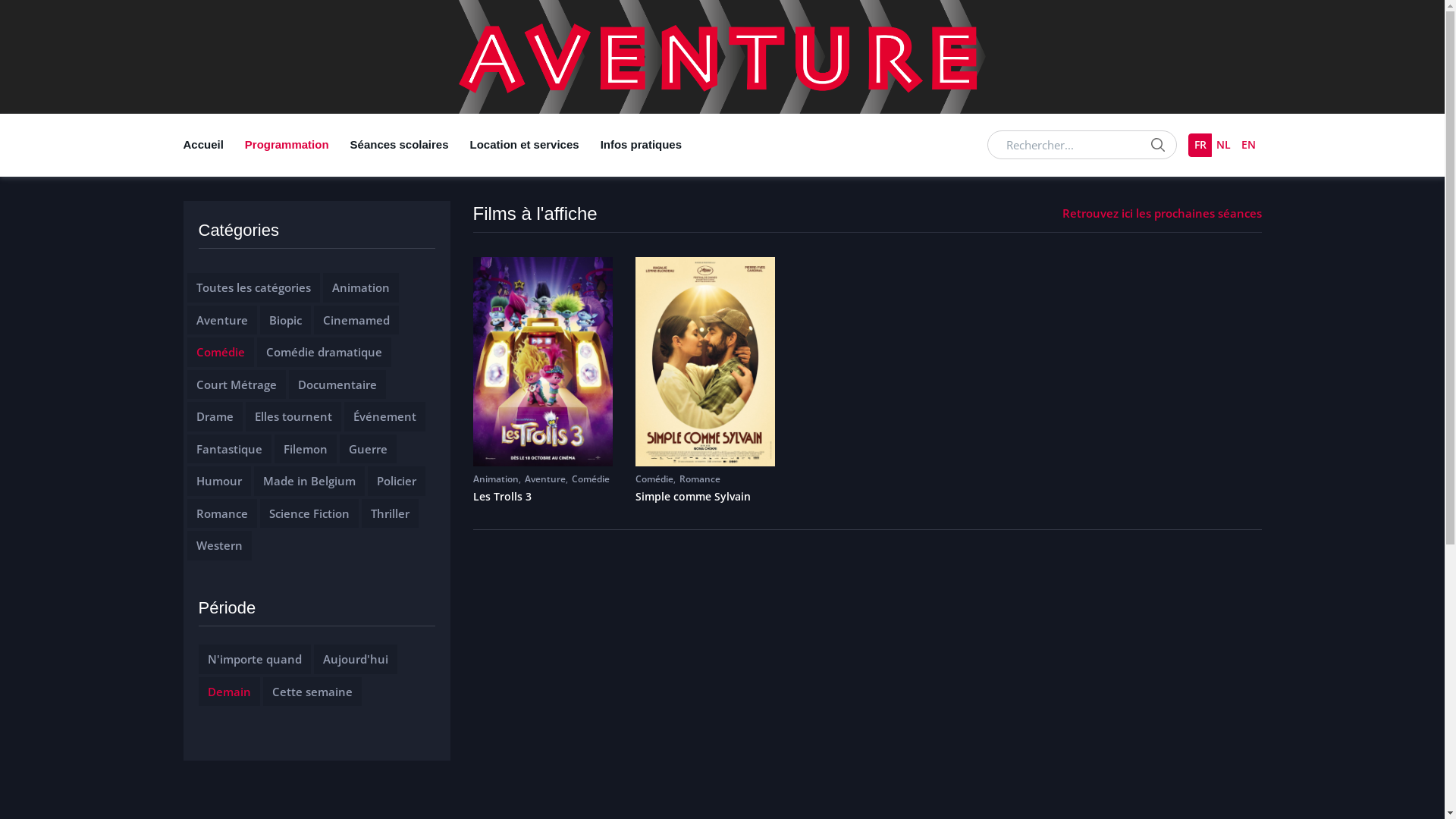  Describe the element at coordinates (255, 416) in the screenshot. I see `'Elles tournent'` at that location.